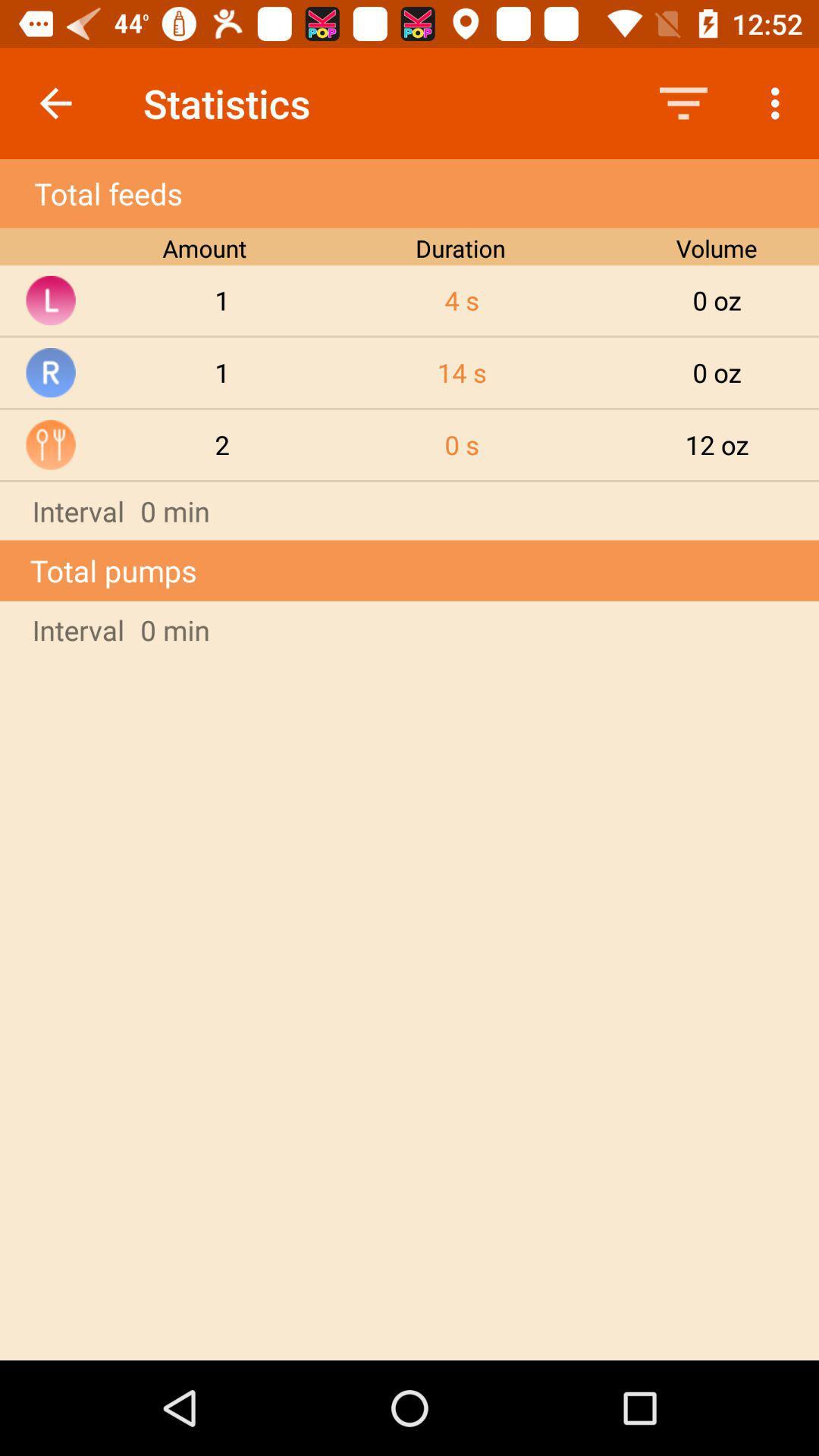 This screenshot has width=819, height=1456. I want to click on icon next to the 14 s icon, so click(222, 444).